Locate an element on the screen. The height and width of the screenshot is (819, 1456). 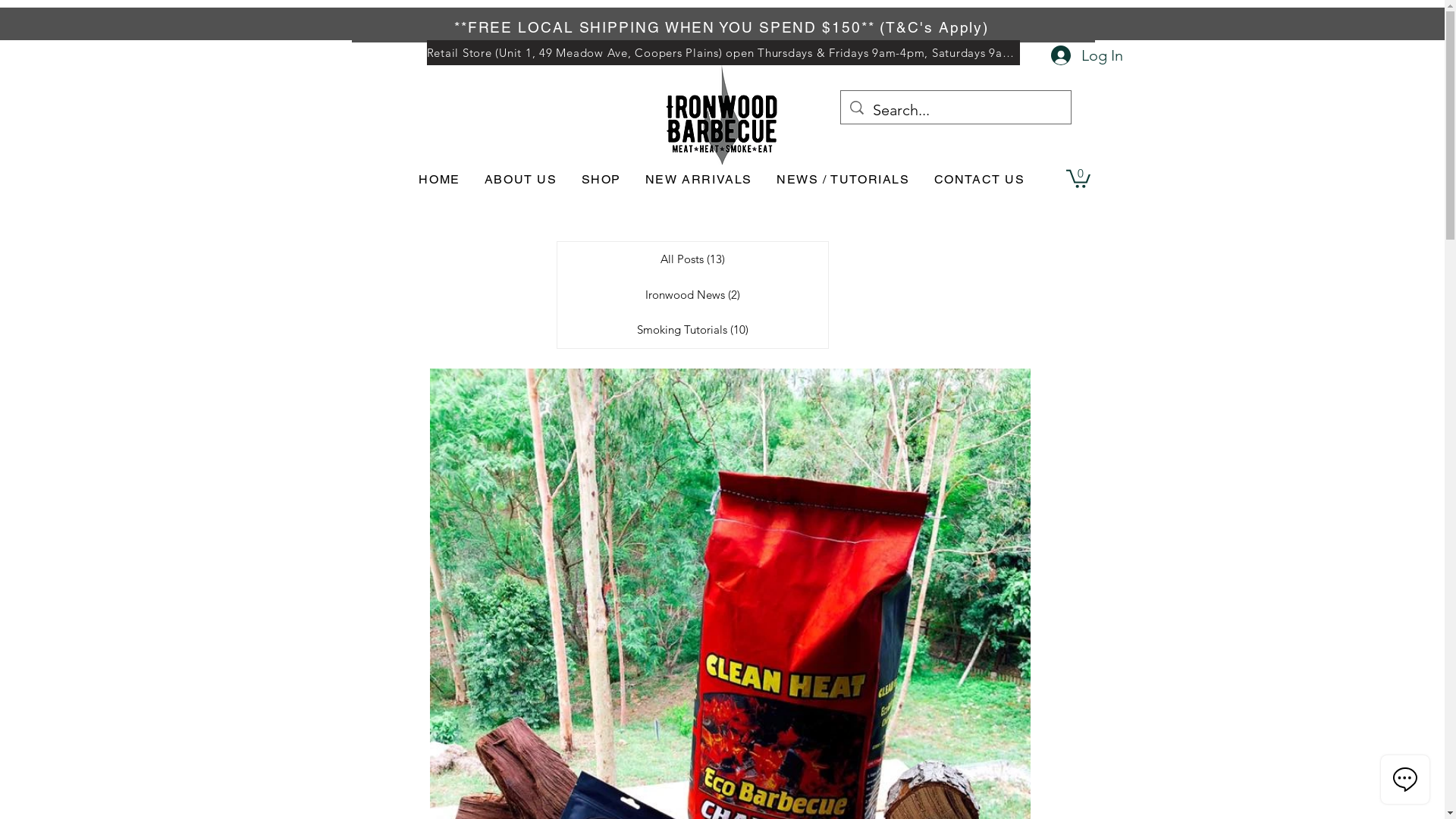
'CONTACT US' is located at coordinates (979, 179).